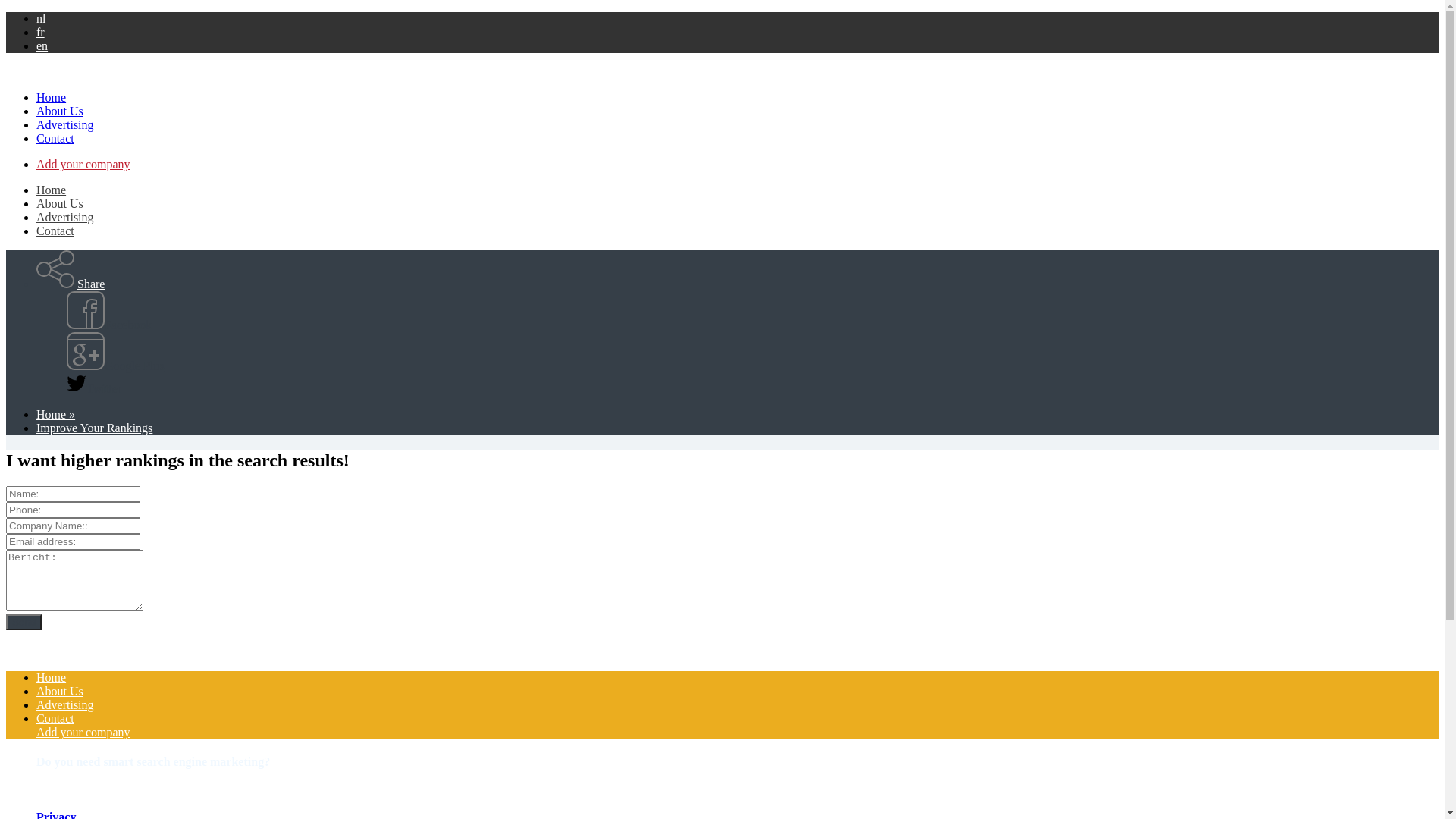 This screenshot has height=819, width=1456. I want to click on 'en', so click(42, 45).